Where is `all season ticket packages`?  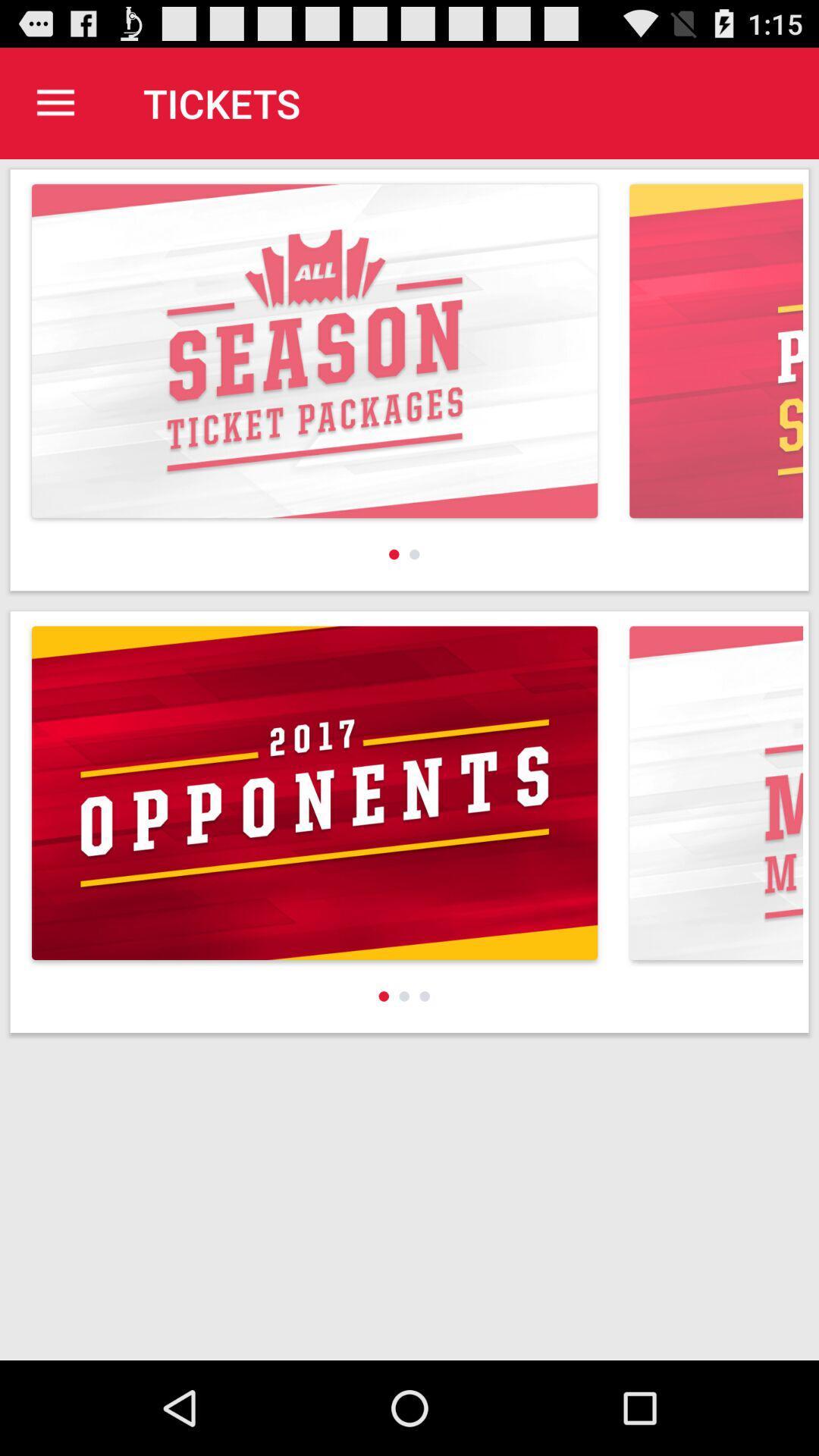 all season ticket packages is located at coordinates (314, 350).